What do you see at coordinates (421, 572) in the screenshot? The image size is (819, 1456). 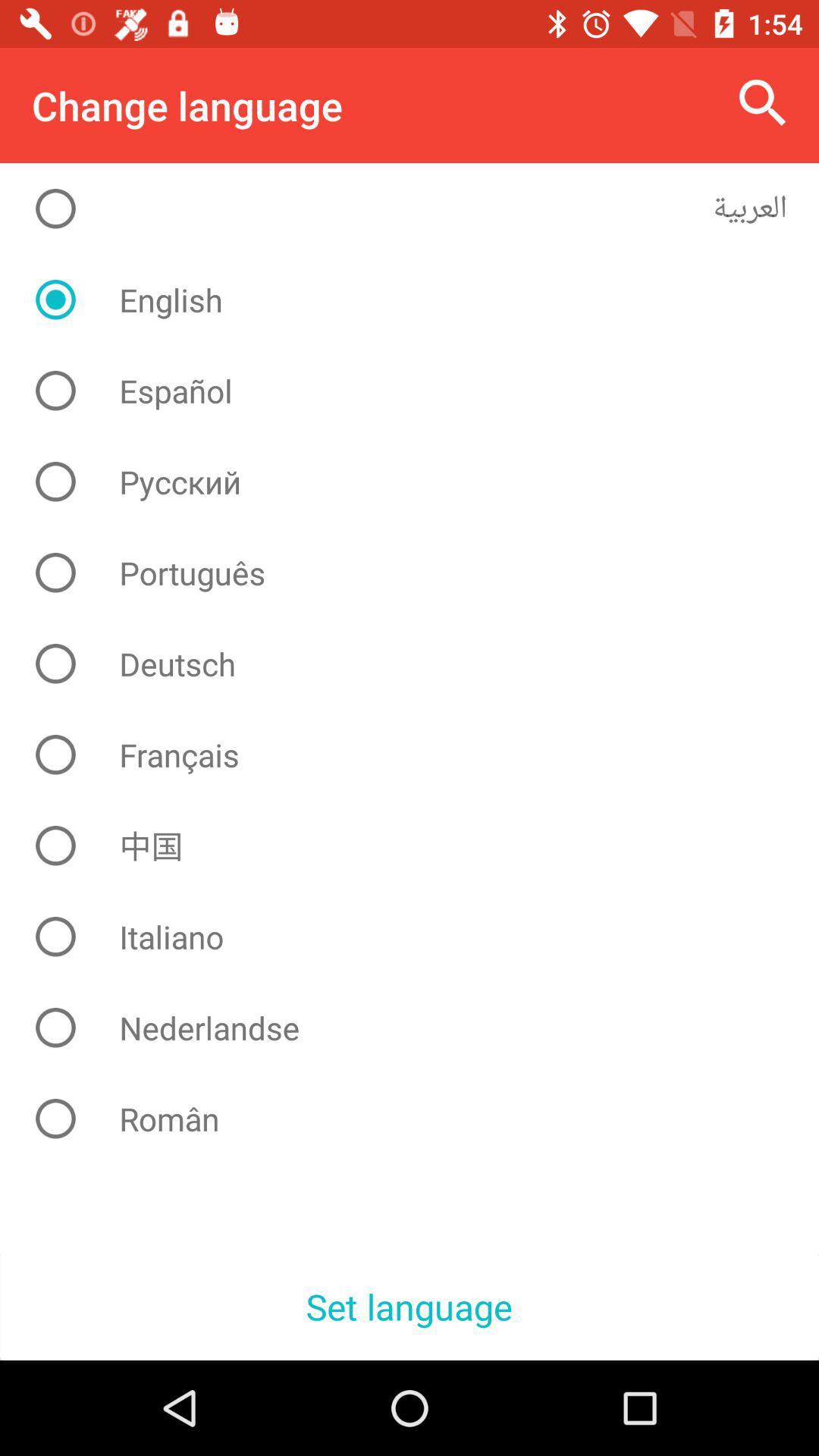 I see `the item above the deutsch icon` at bounding box center [421, 572].